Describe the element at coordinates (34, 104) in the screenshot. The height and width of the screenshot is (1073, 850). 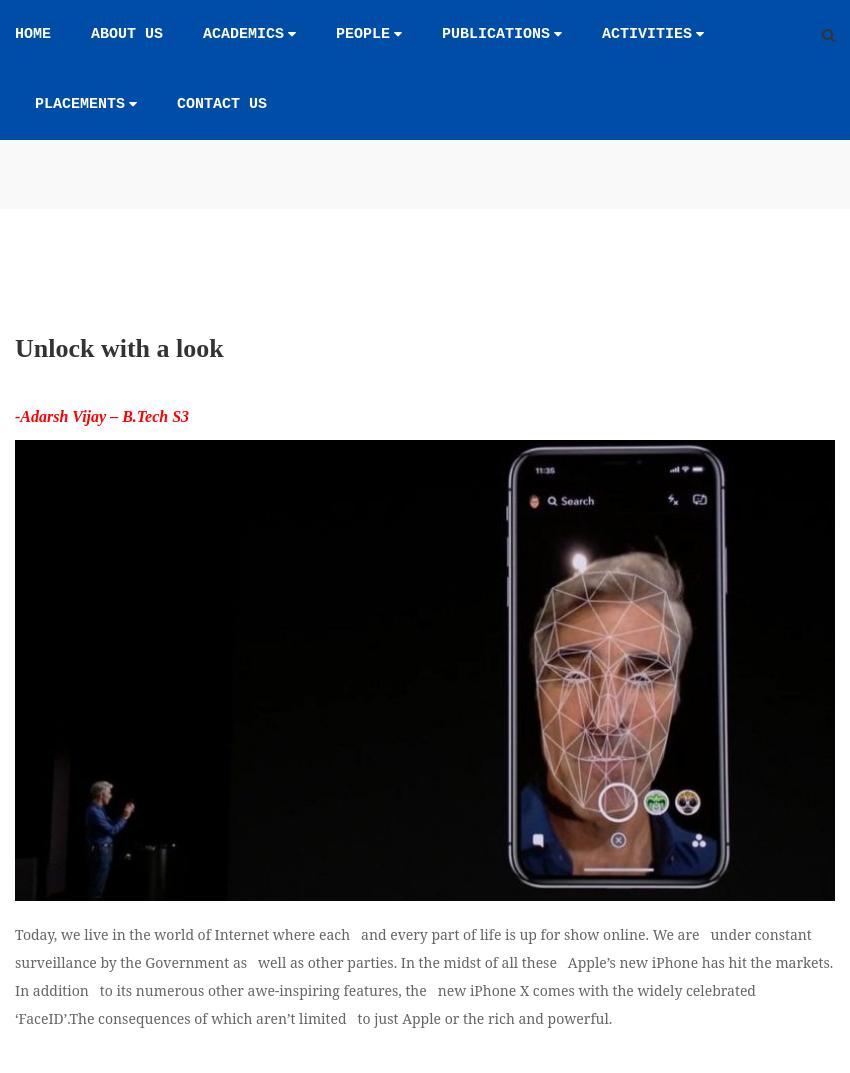
I see `'Placements'` at that location.